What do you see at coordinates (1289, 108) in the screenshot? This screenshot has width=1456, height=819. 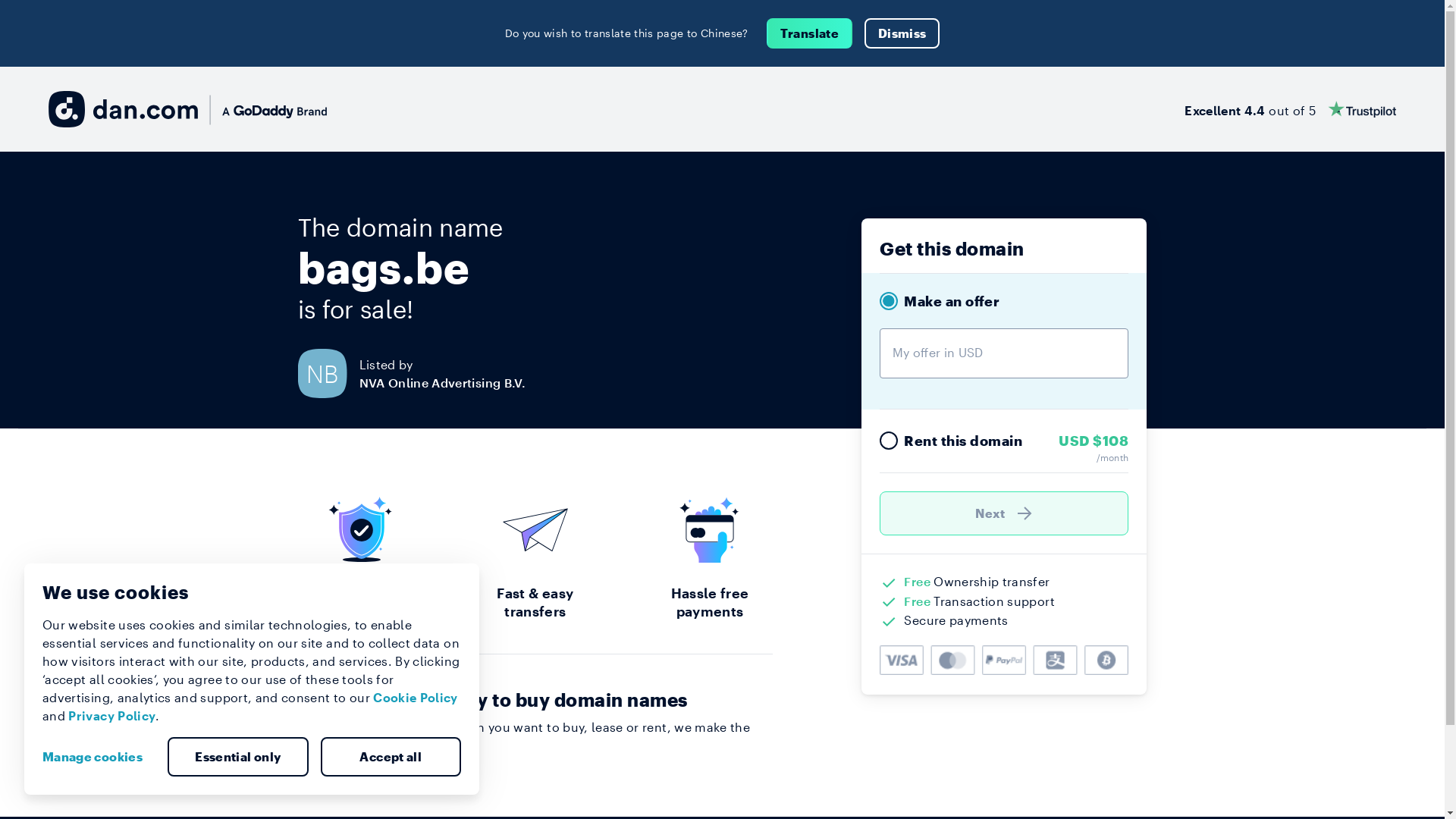 I see `'Excellent 4.4 out of 5'` at bounding box center [1289, 108].